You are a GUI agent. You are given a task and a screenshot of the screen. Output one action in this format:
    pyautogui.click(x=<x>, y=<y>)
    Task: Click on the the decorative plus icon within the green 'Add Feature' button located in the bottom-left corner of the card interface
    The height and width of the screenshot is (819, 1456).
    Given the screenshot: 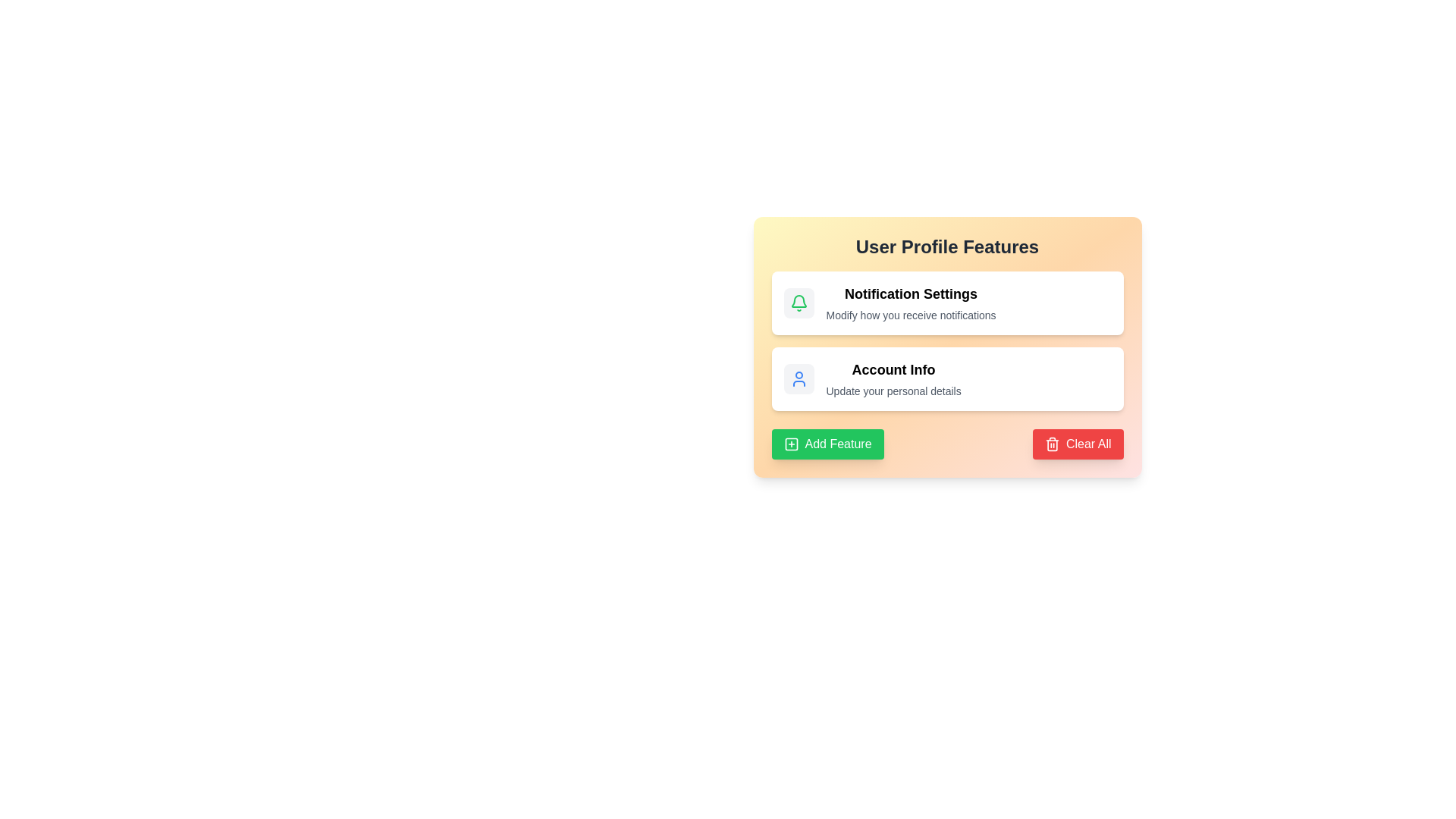 What is the action you would take?
    pyautogui.click(x=790, y=444)
    